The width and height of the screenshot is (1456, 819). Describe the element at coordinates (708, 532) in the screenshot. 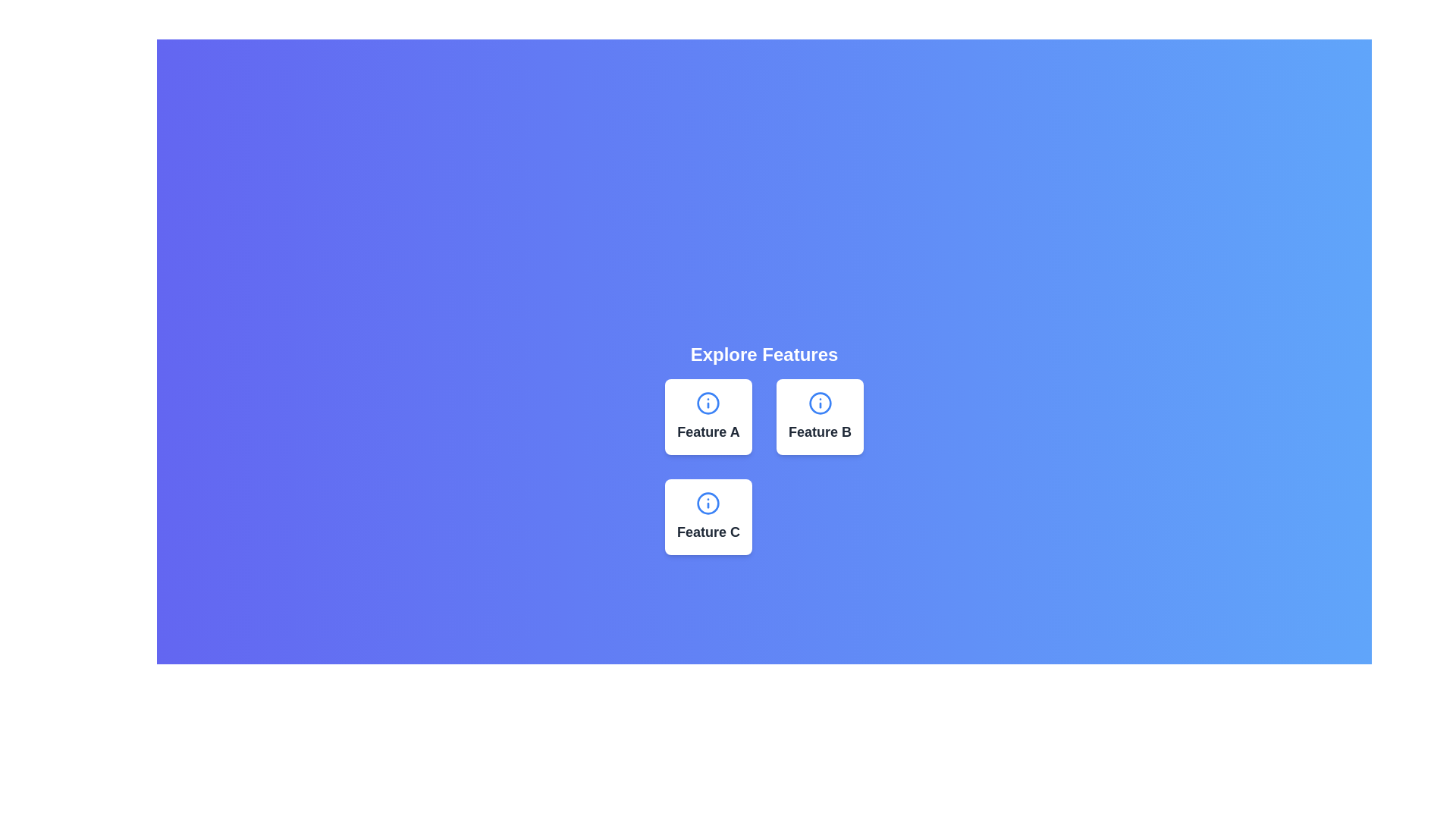

I see `the text label that describes the third feature card, which is centrally positioned at the bottom of the card containing the blue icon above it` at that location.